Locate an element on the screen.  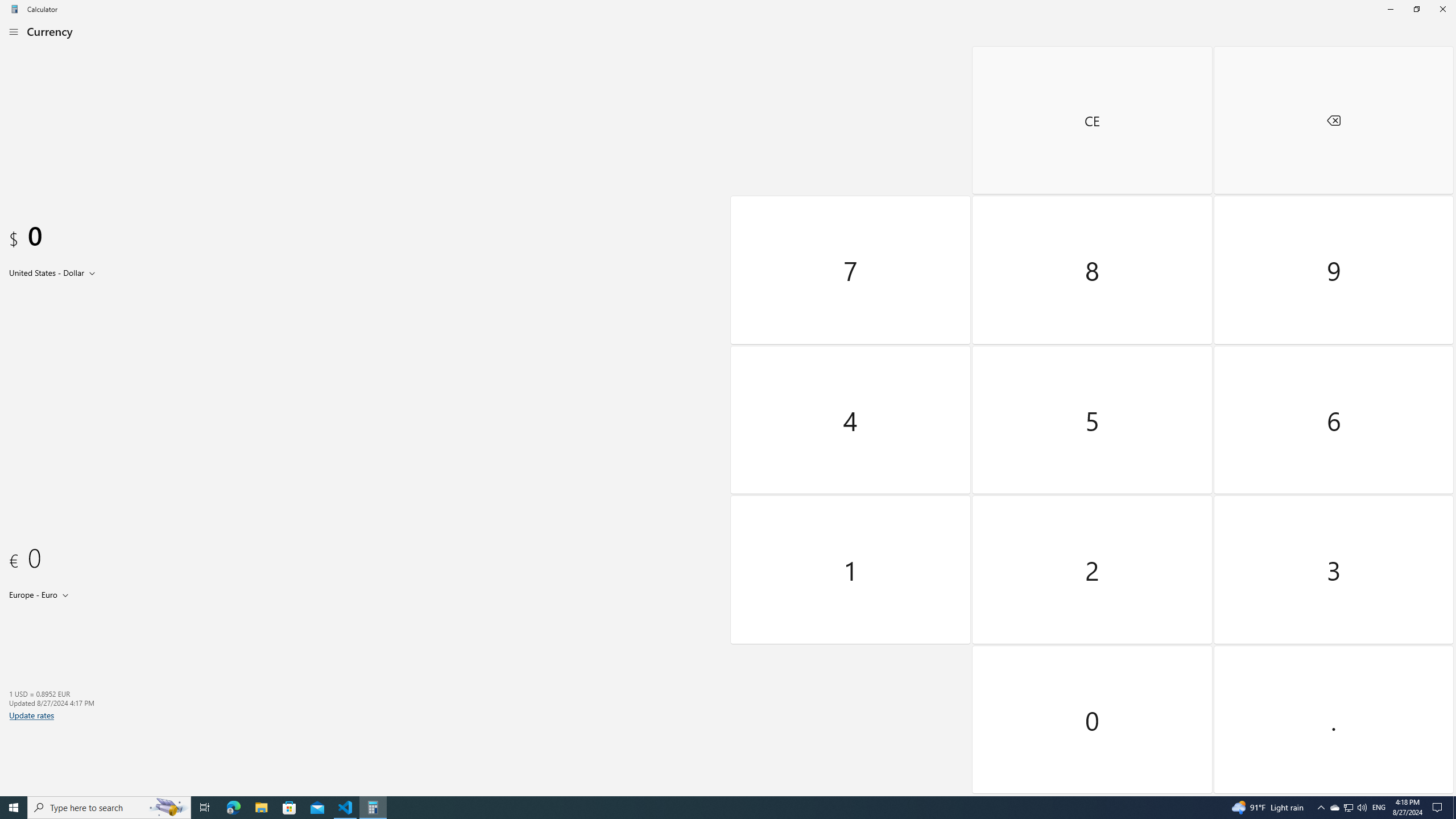
'Restore Calculator' is located at coordinates (1416, 9).